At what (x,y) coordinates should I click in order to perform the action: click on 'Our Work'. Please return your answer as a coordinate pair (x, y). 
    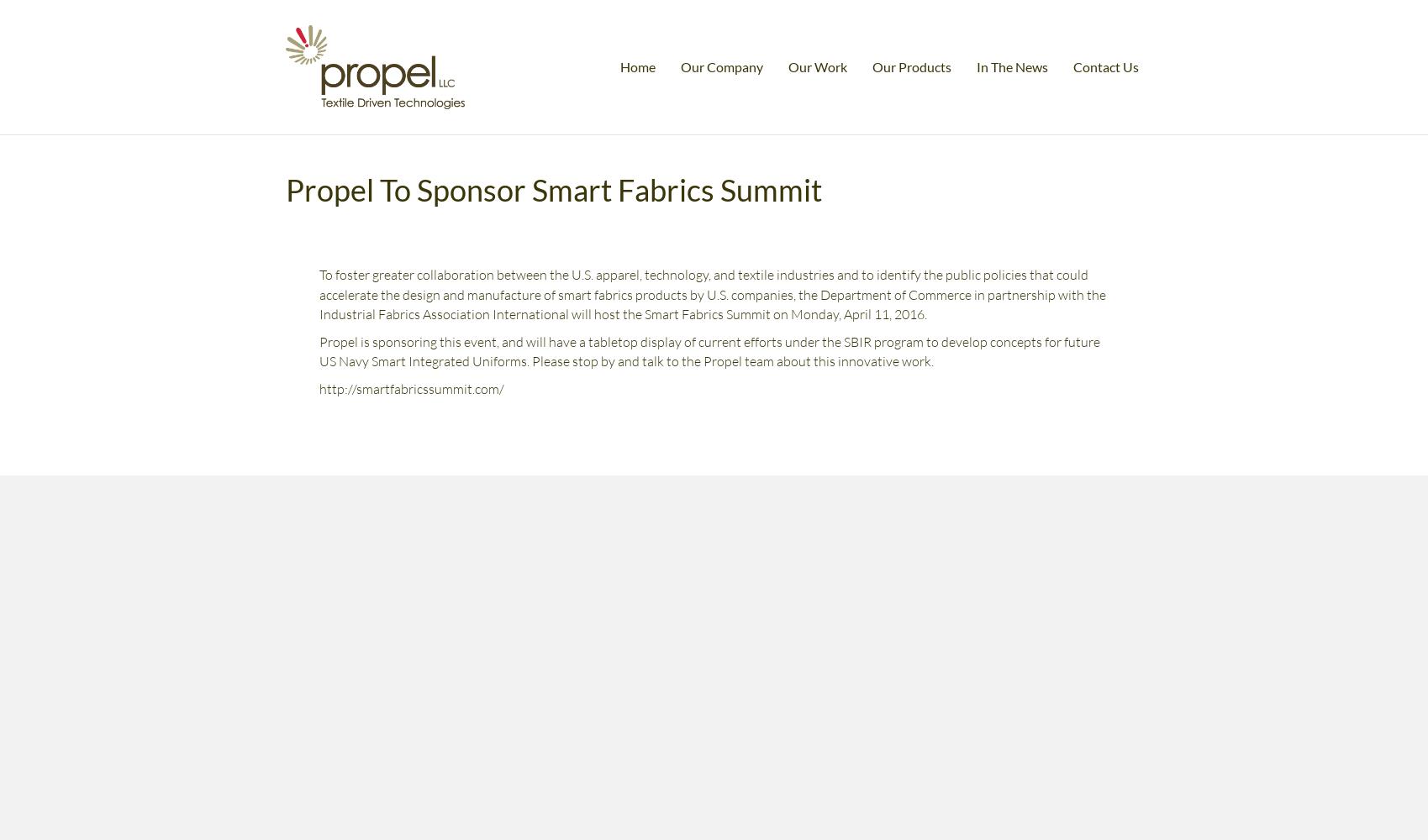
    Looking at the image, I should click on (788, 65).